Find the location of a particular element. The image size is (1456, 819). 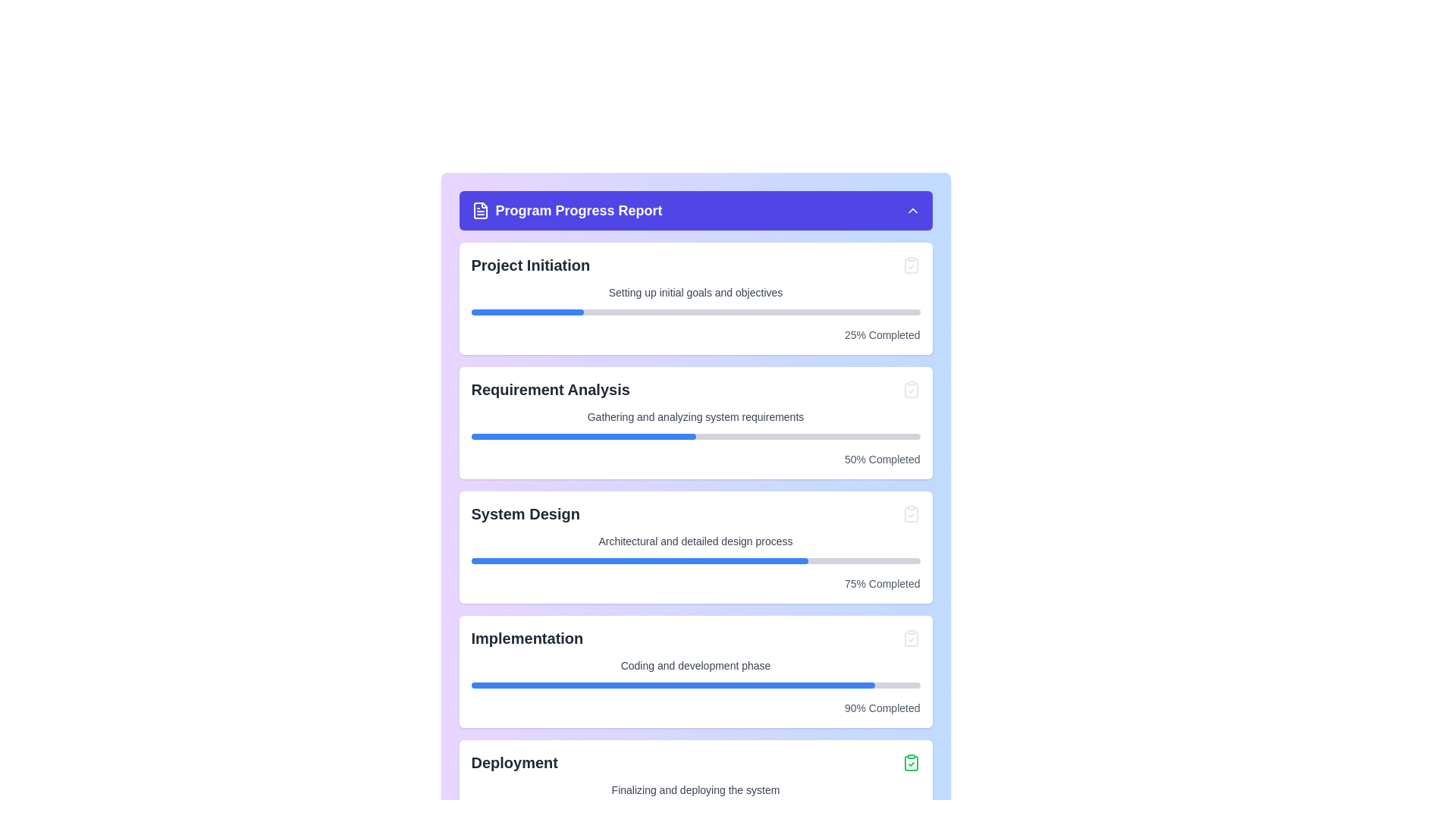

the text label displaying 'Project Initiation' in bold, large gray font, located at the top of the 'Project Initiation' section is located at coordinates (530, 265).